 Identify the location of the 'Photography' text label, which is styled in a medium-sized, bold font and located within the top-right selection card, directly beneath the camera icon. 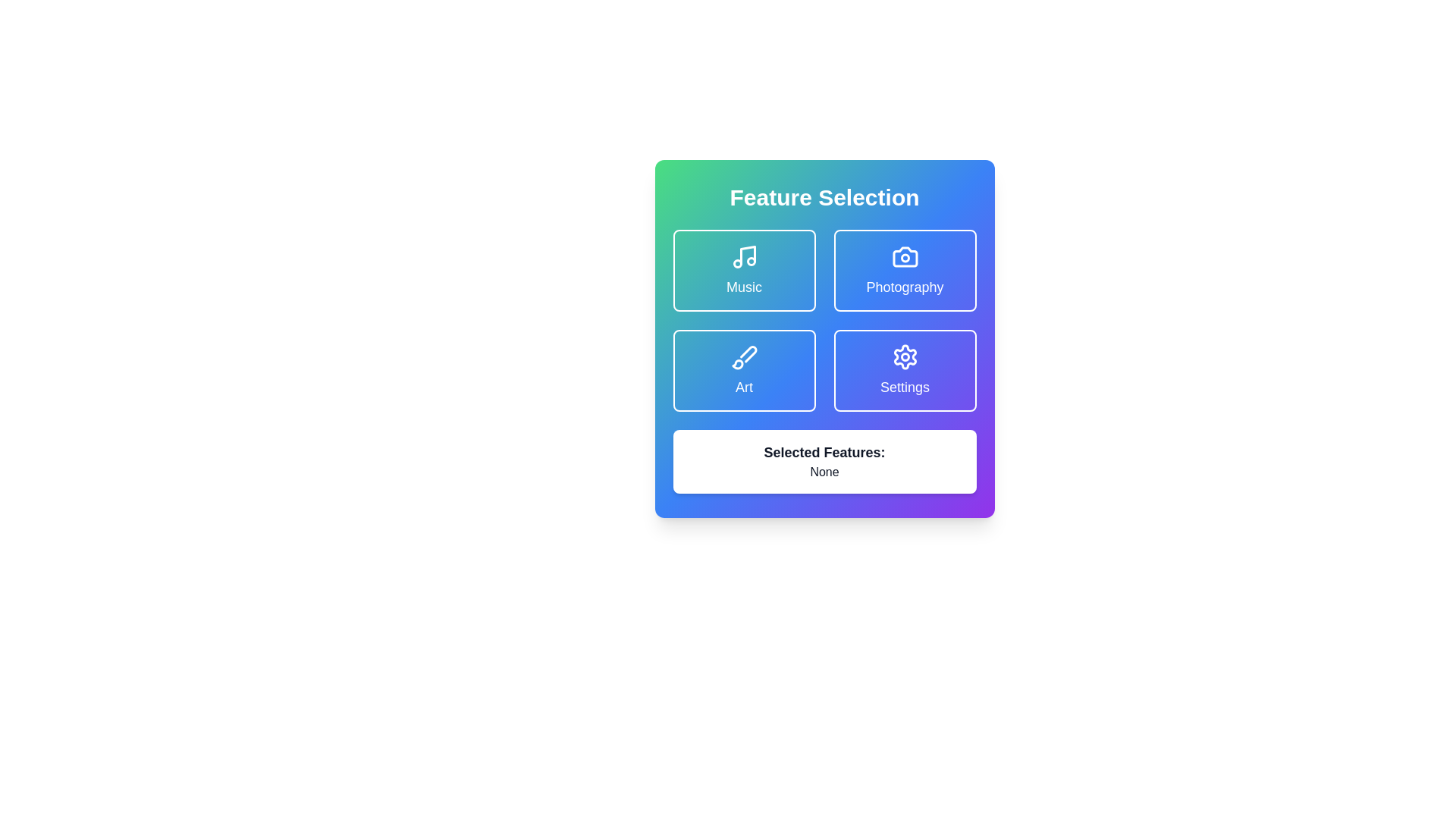
(905, 287).